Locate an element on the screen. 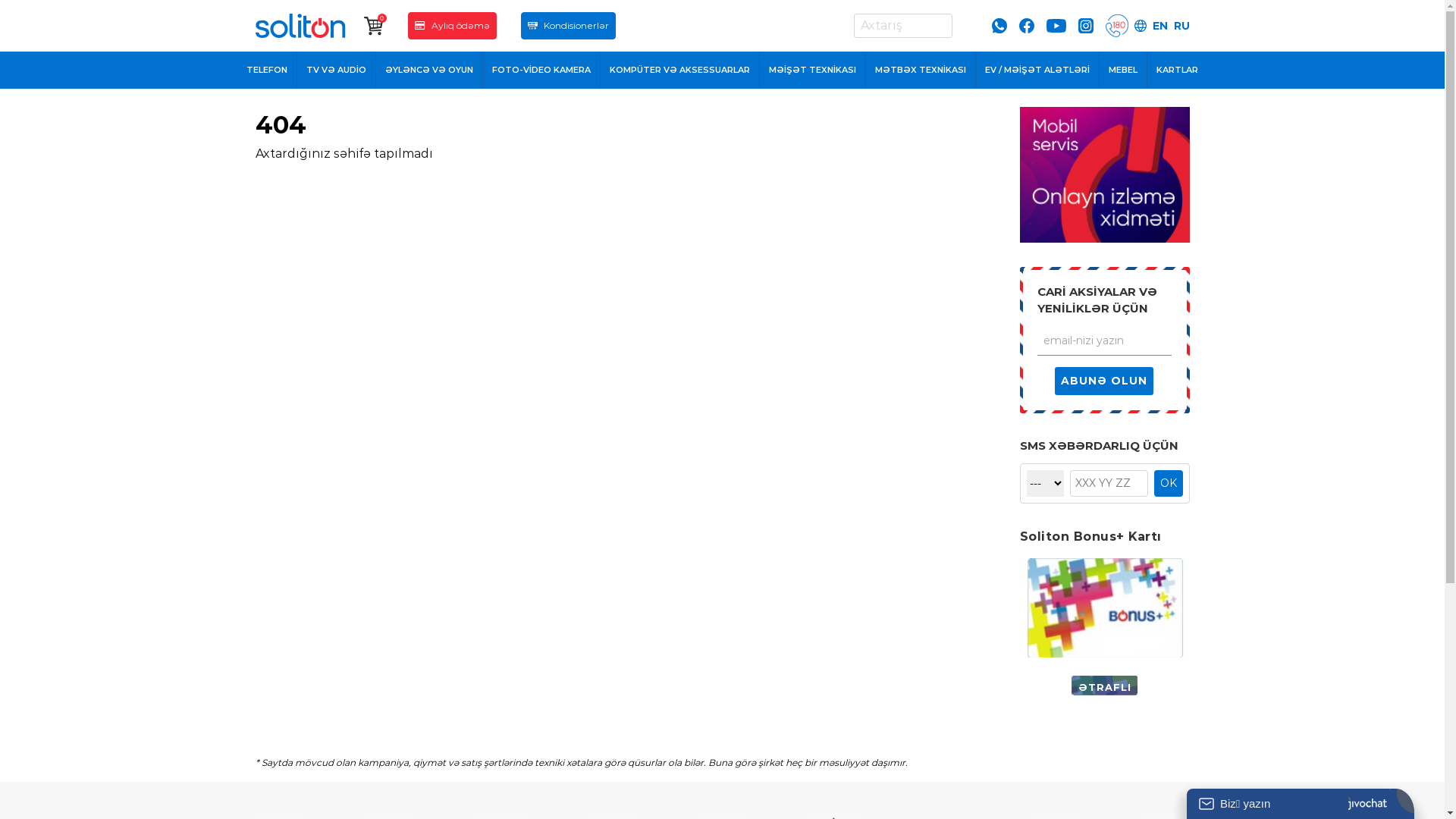 The width and height of the screenshot is (1456, 819). 'KARTLAR' is located at coordinates (1176, 70).